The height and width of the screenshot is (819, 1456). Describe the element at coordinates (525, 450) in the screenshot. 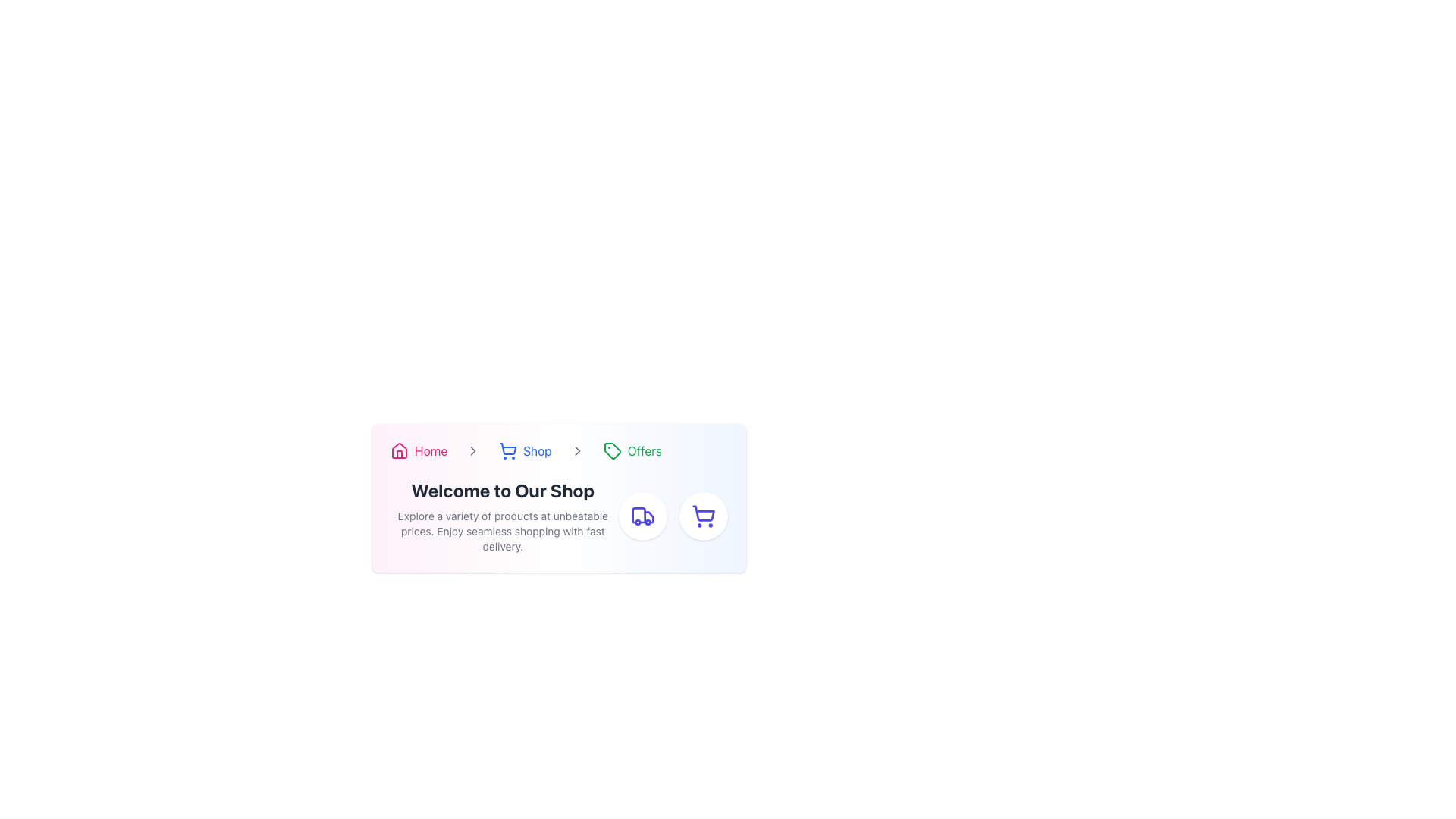

I see `the 'Shop' text label with a shopping cart icon in the breadcrumb navigation bar` at that location.